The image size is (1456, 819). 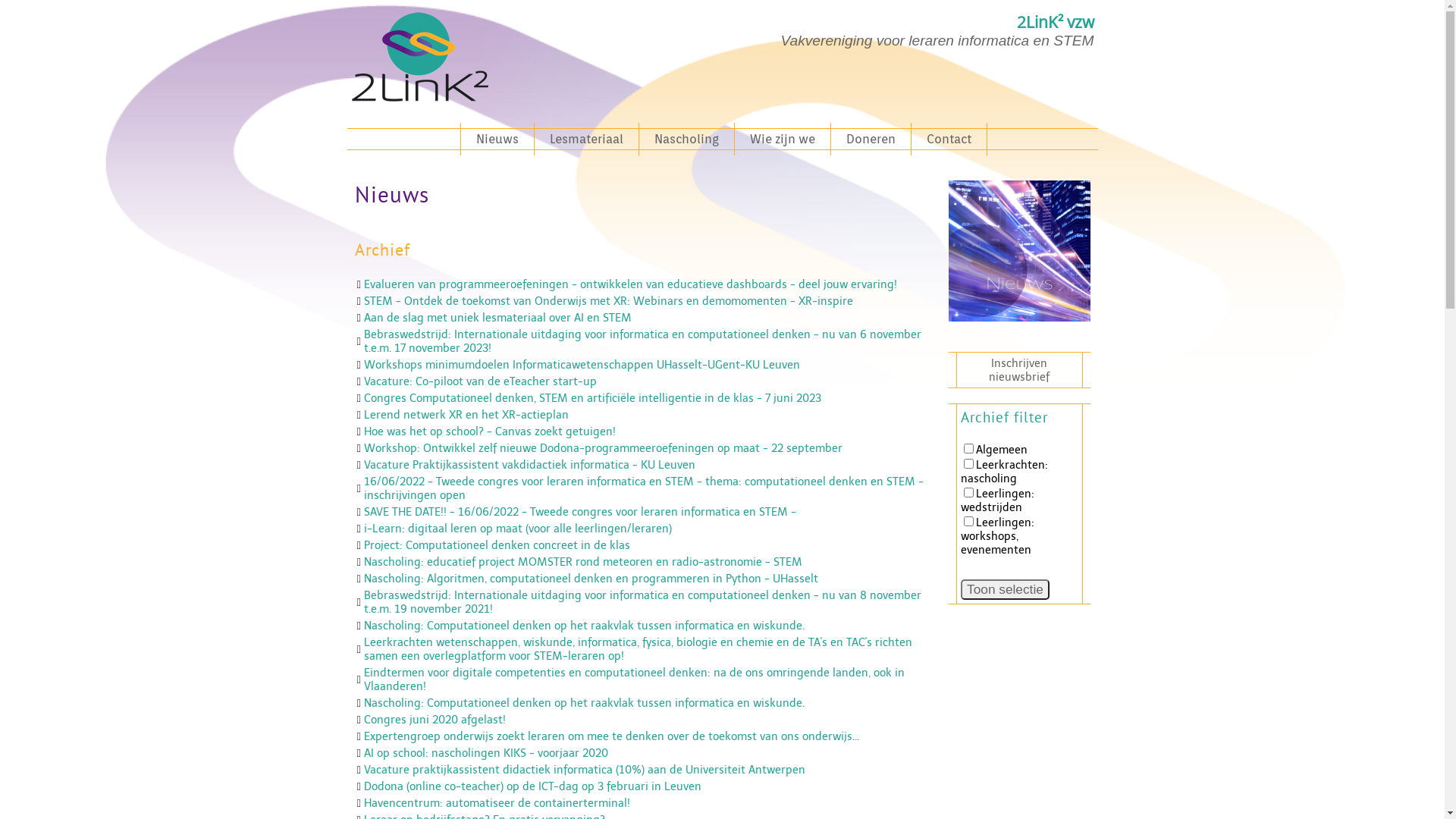 I want to click on 'Project: Computationeel denken concreet in de klas', so click(x=497, y=544).